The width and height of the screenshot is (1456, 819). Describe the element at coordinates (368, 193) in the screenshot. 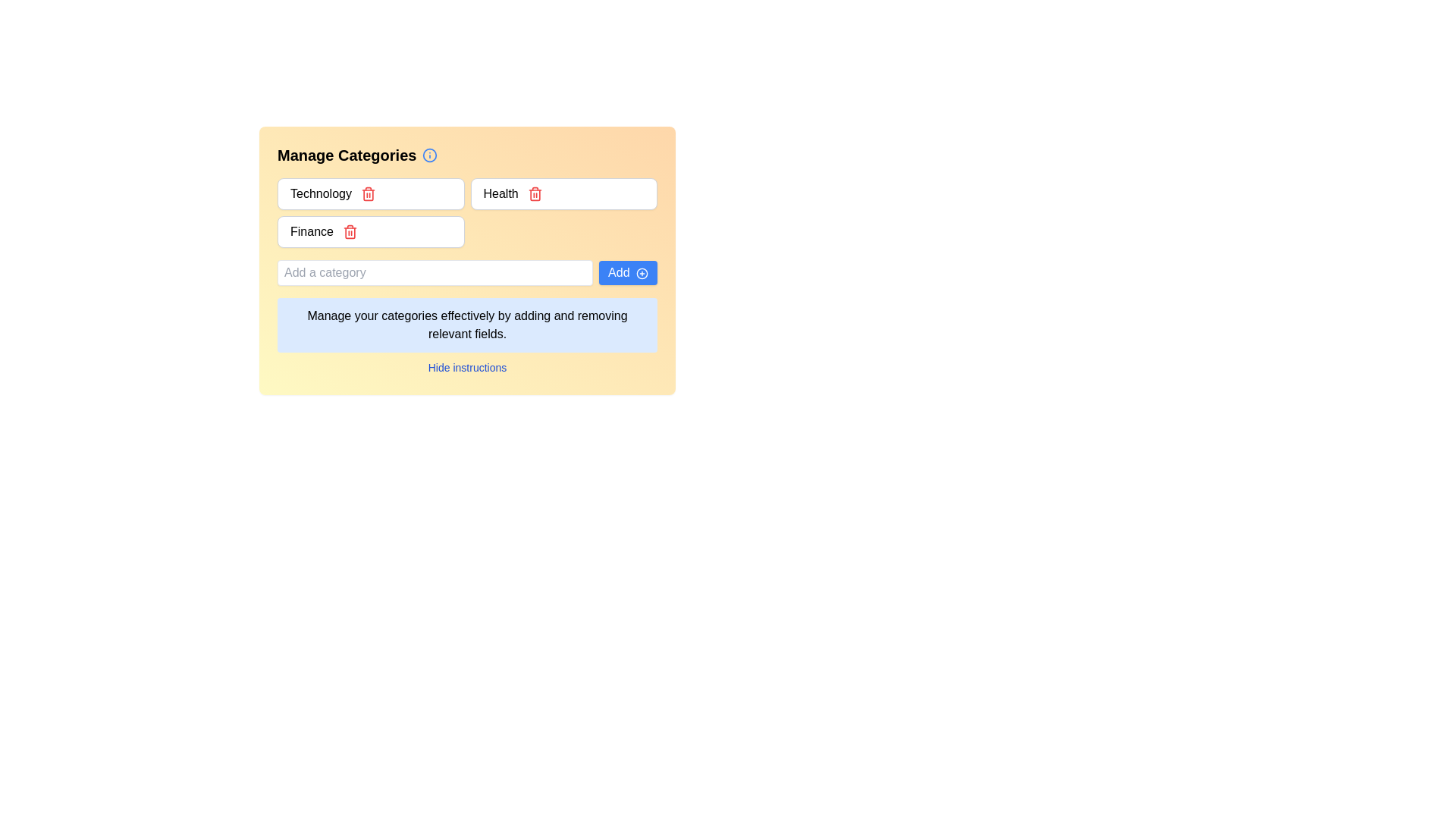

I see `the red trash can icon` at that location.